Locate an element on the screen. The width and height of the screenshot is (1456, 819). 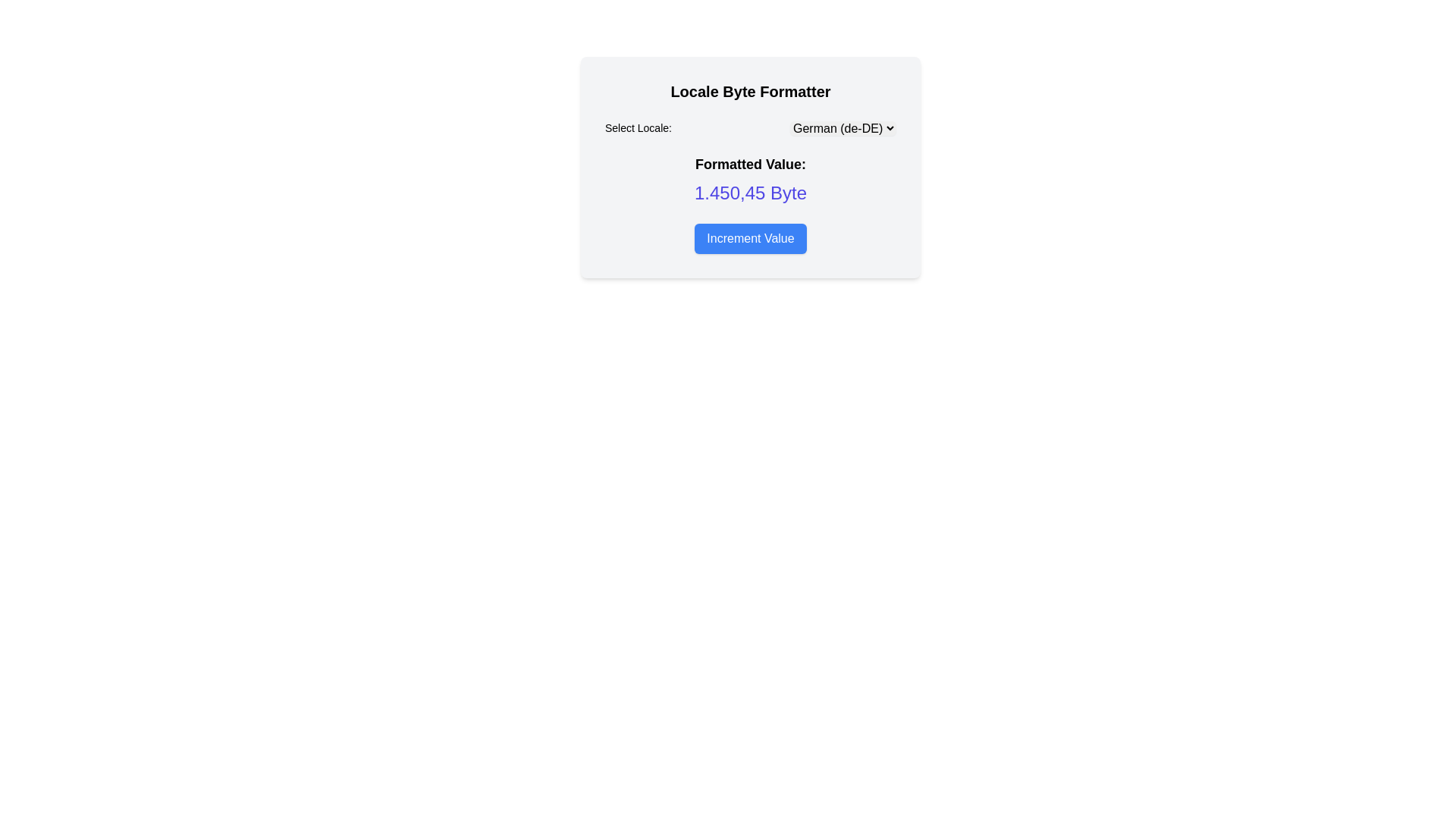
the static text display showing '1.450,45 Byte' which is positioned below the label 'Formatted Value:' in the application interface is located at coordinates (750, 192).